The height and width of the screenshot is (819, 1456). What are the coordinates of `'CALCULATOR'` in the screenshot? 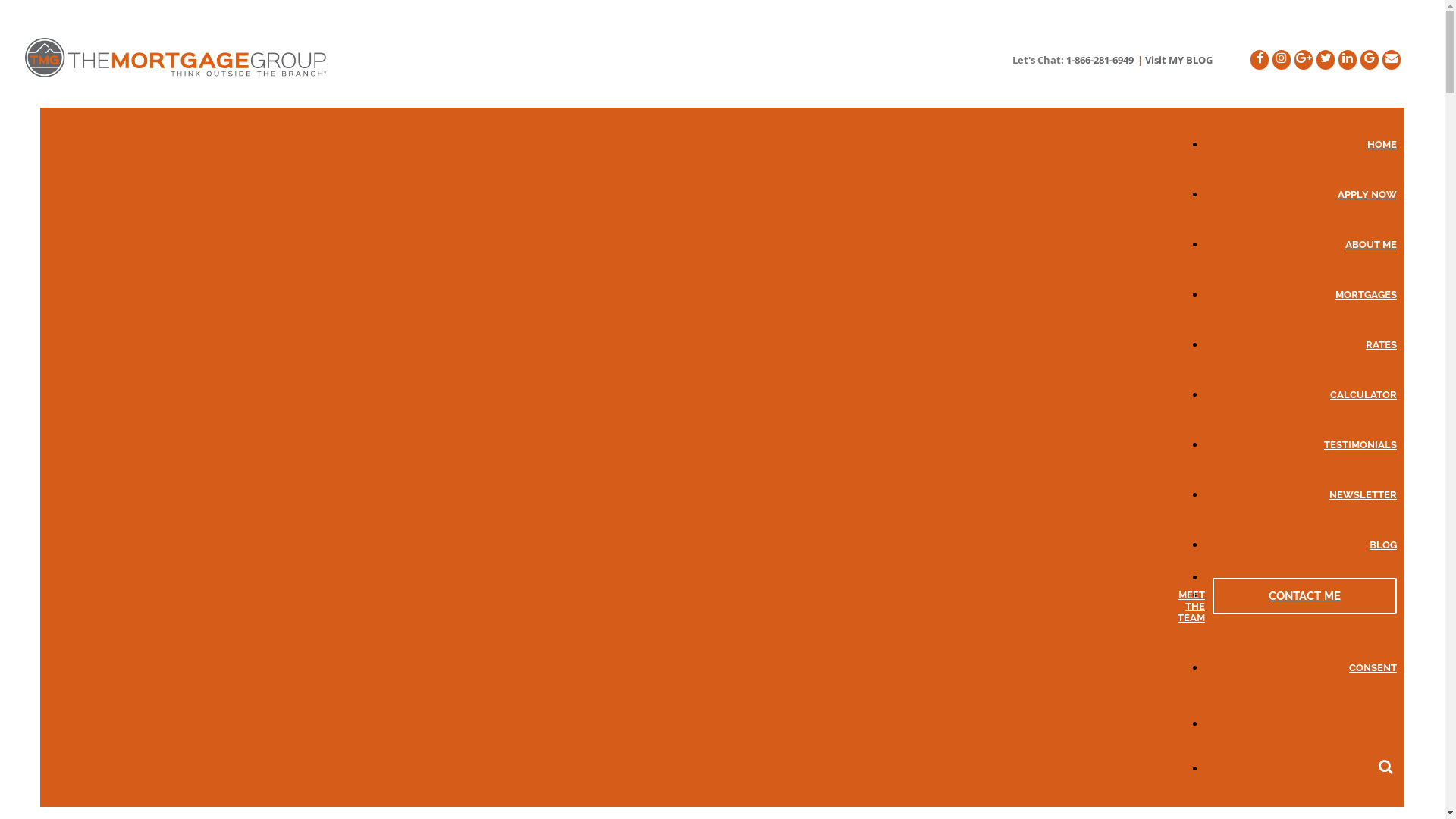 It's located at (1300, 391).